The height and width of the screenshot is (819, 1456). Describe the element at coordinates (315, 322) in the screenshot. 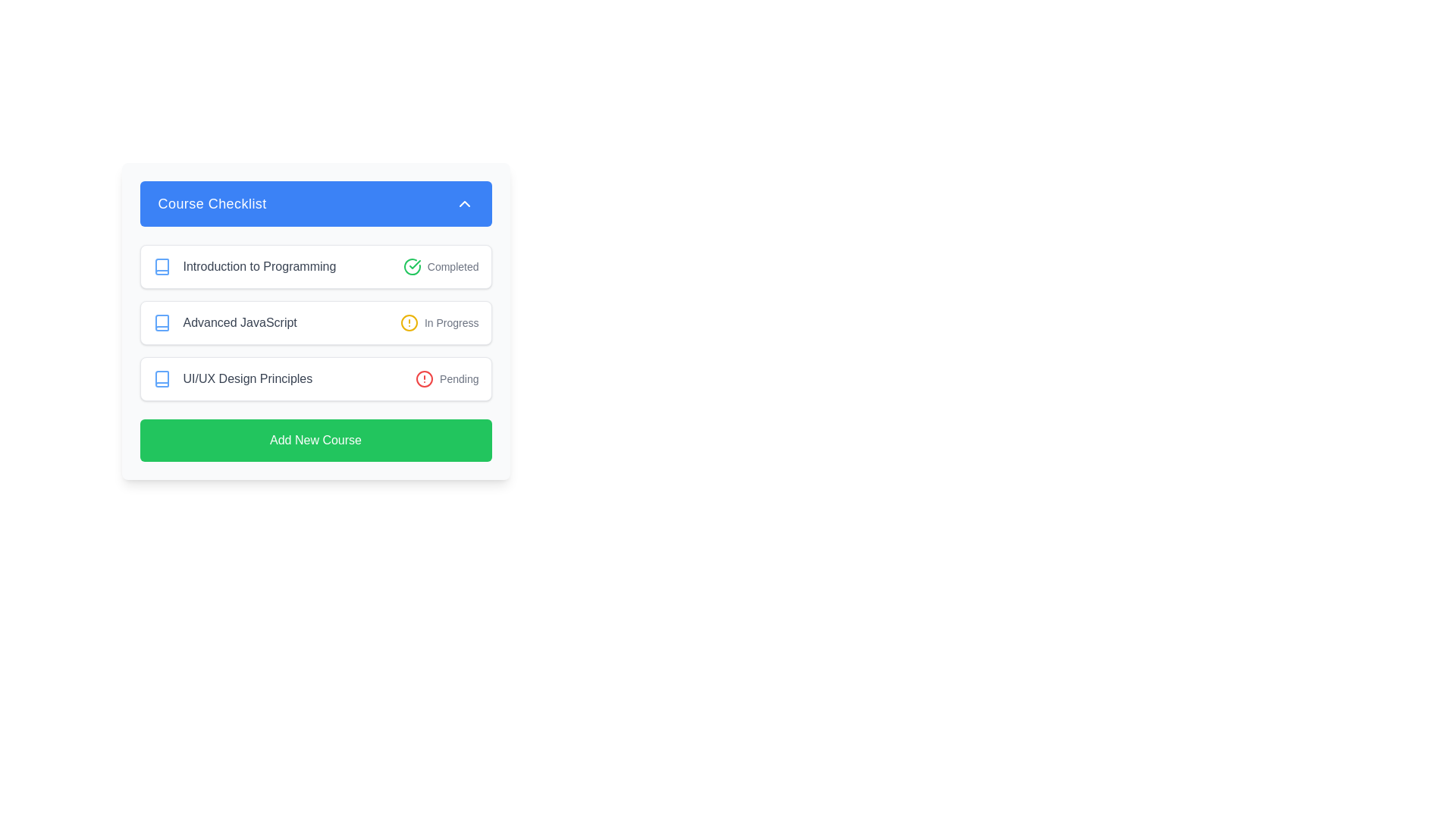

I see `the 'Advanced JavaScript' list item, which indicates that the course is currently 'In Progress', located in the Course Checklist under the second position` at that location.